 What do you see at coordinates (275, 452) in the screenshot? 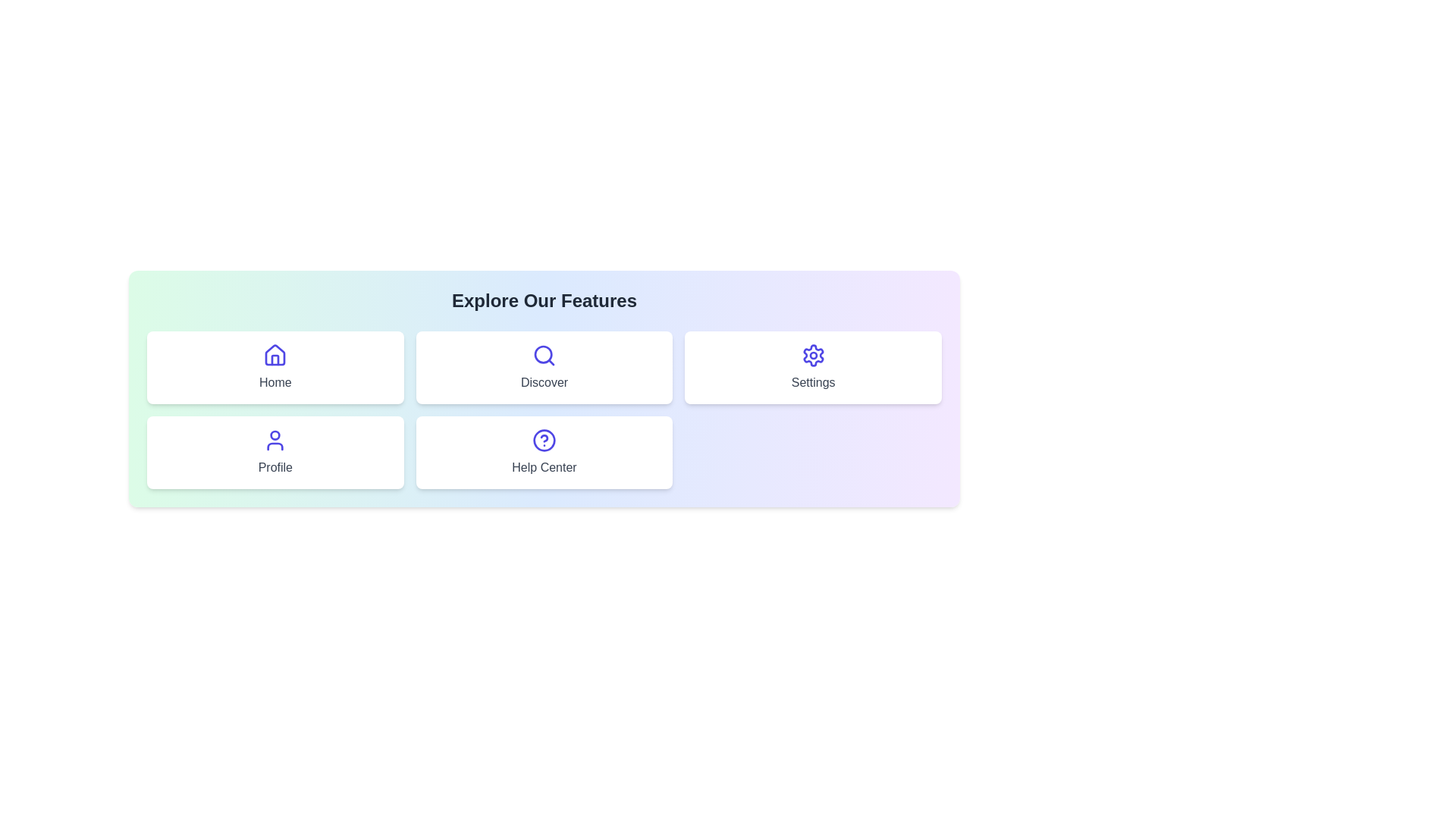
I see `the rectangular 'Profile' button with a white background, rounded corners, and an indigo user icon` at bounding box center [275, 452].